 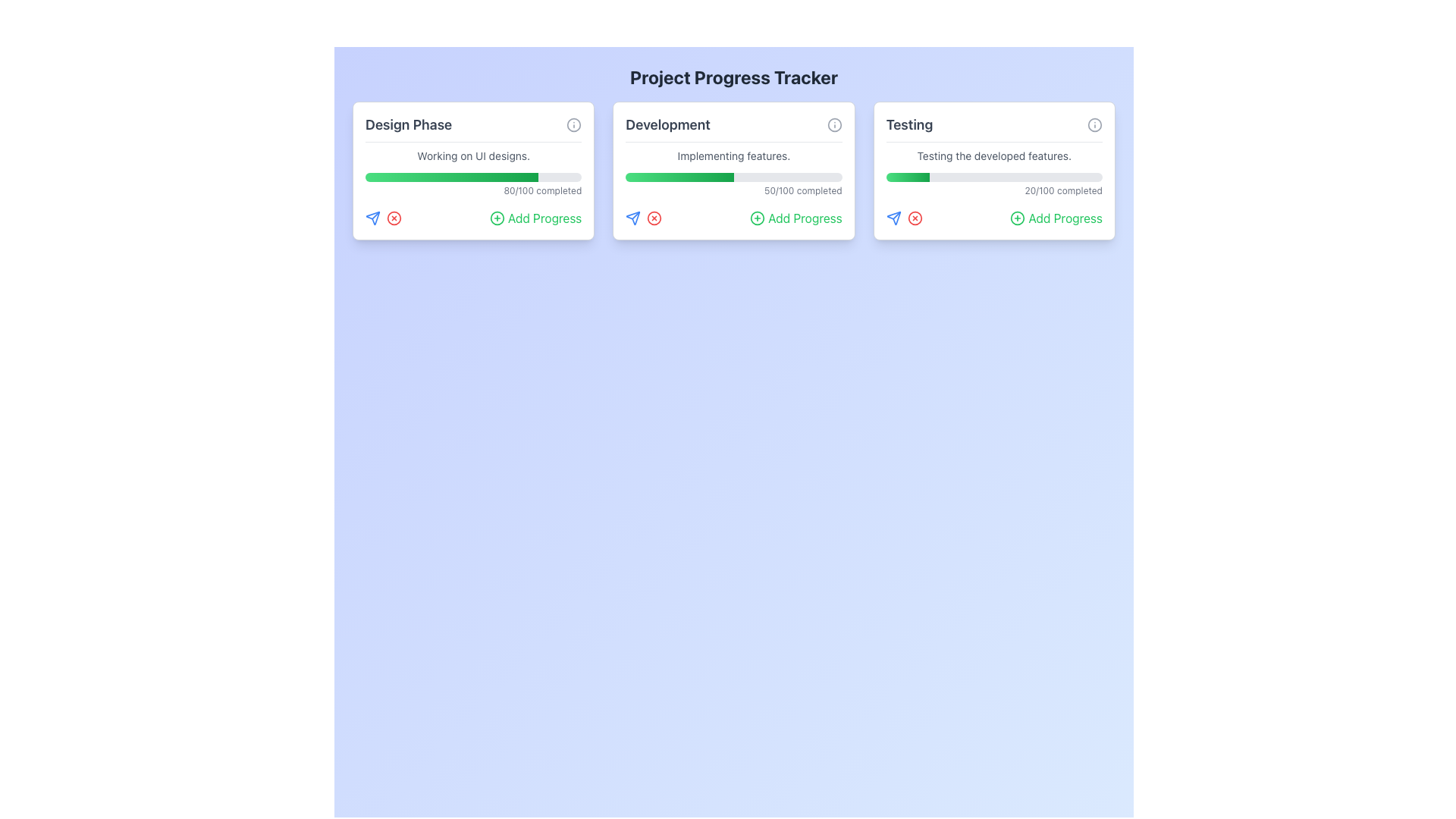 What do you see at coordinates (994, 177) in the screenshot?
I see `the horizontal progress bar located within the 'Testing' card, which indicates 20% completion with a green-to-red gradient fill` at bounding box center [994, 177].